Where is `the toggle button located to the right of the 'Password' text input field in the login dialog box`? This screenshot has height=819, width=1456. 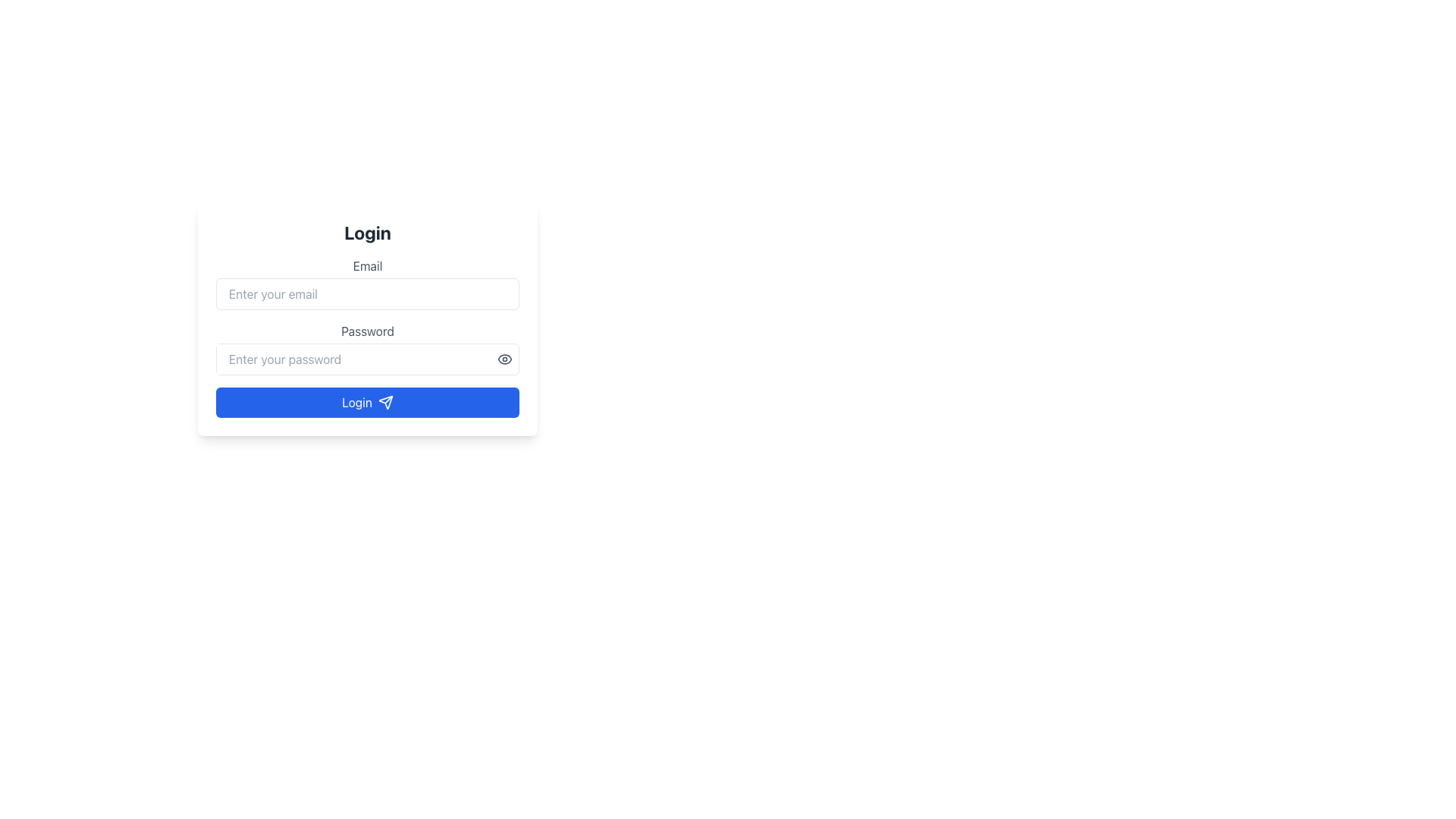 the toggle button located to the right of the 'Password' text input field in the login dialog box is located at coordinates (505, 359).